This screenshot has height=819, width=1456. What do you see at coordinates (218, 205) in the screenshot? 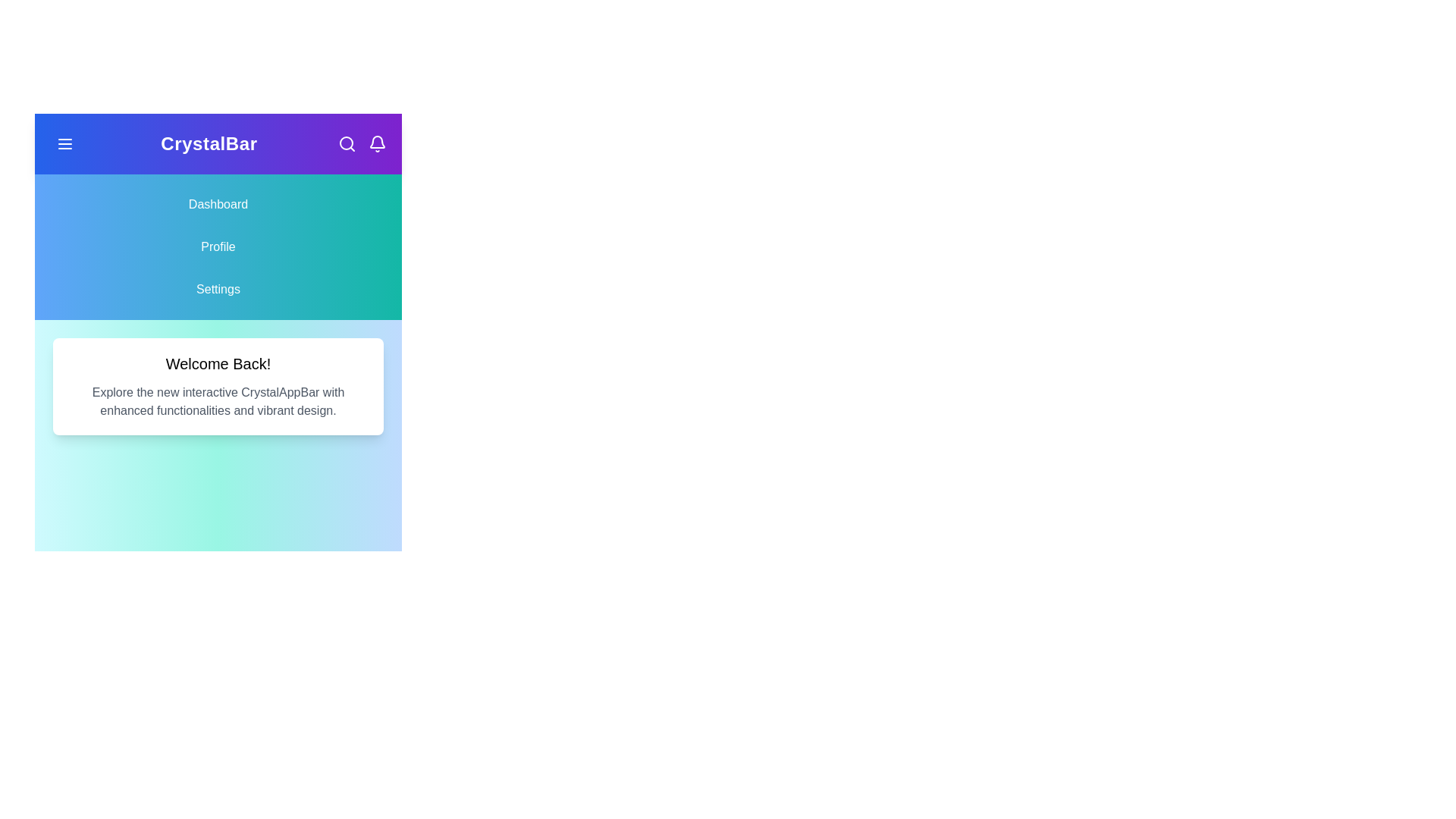
I see `the Dashboard navigation item to navigate to the corresponding section` at bounding box center [218, 205].